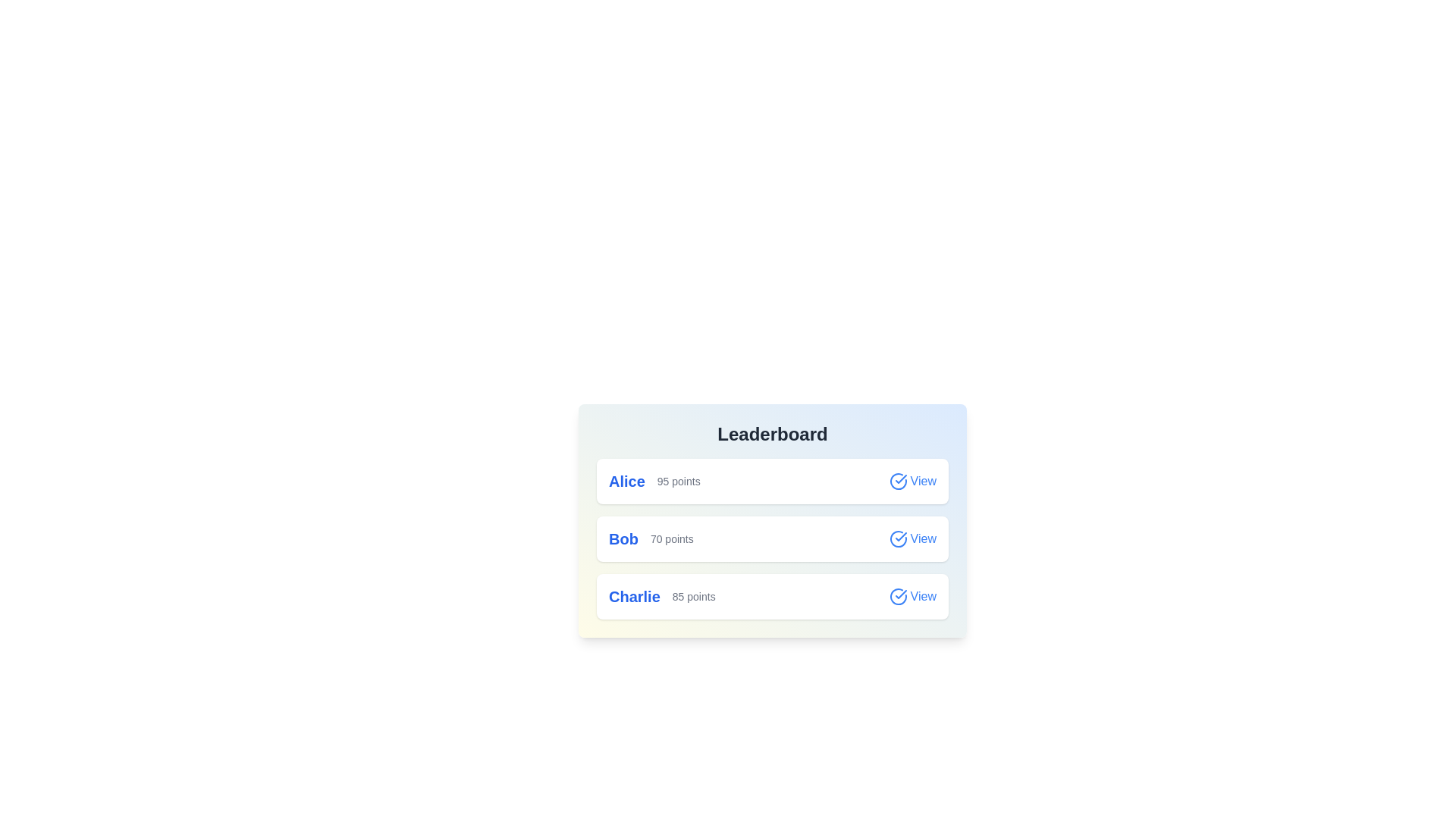  I want to click on the name of the participant Alice to select them, so click(626, 482).